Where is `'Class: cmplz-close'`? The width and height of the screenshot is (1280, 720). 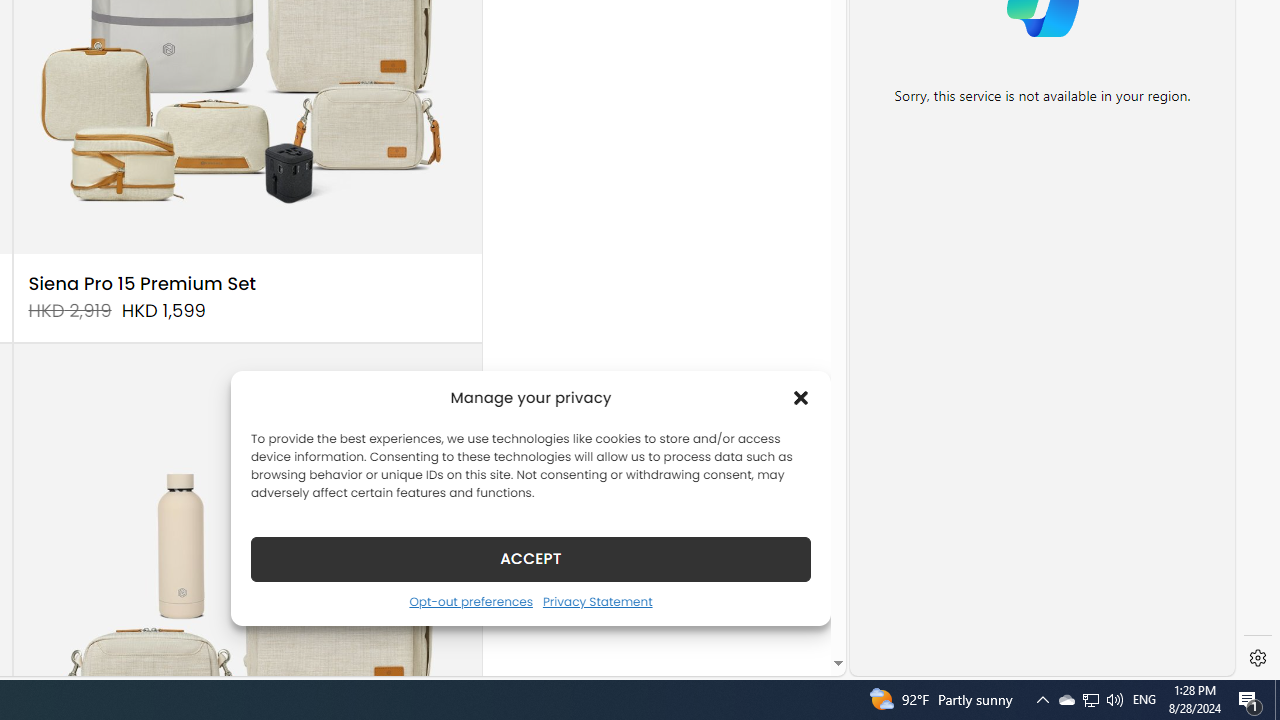 'Class: cmplz-close' is located at coordinates (801, 397).